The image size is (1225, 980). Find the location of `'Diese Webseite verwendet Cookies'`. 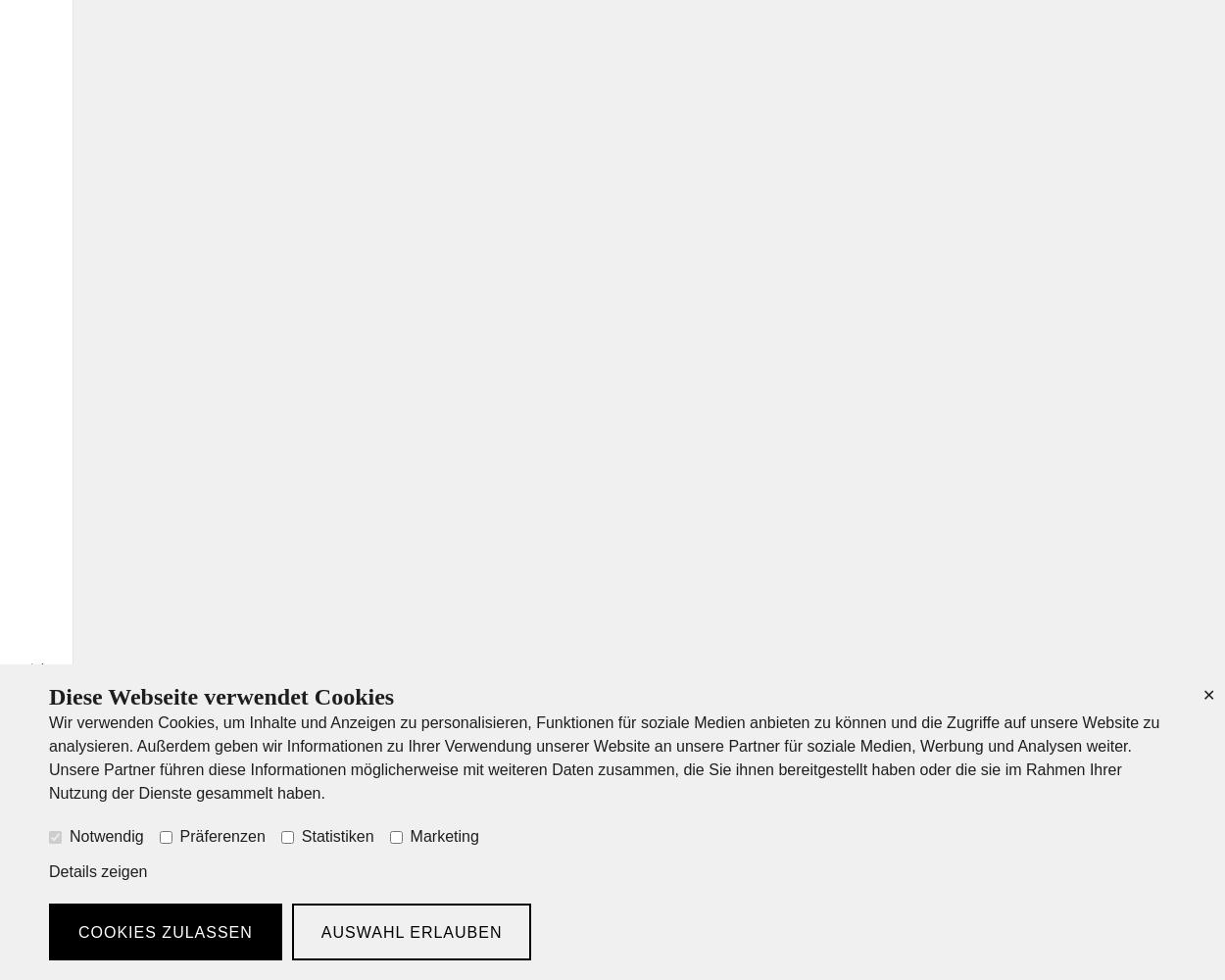

'Diese Webseite verwendet Cookies' is located at coordinates (49, 696).